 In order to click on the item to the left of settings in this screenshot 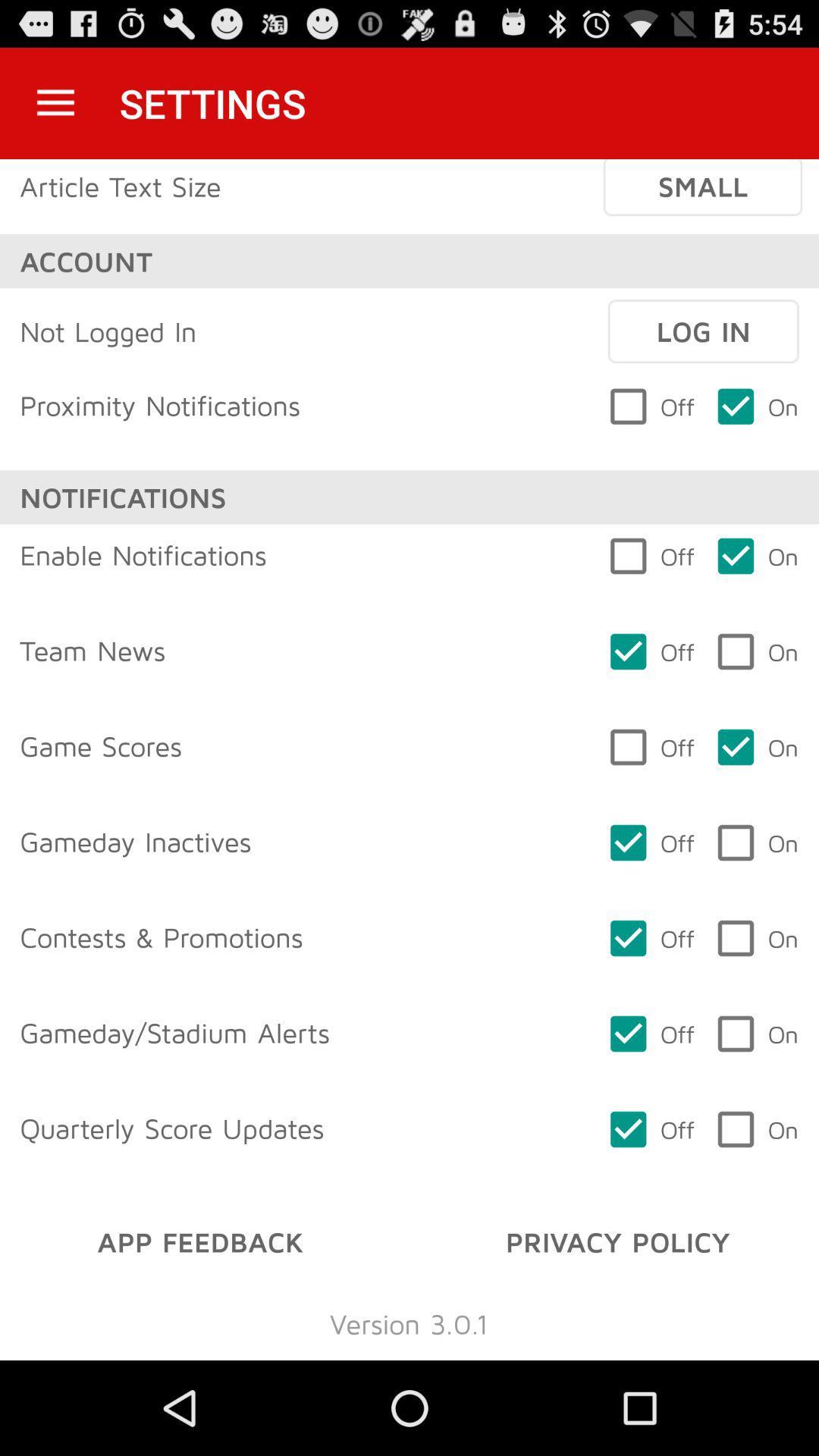, I will do `click(55, 102)`.